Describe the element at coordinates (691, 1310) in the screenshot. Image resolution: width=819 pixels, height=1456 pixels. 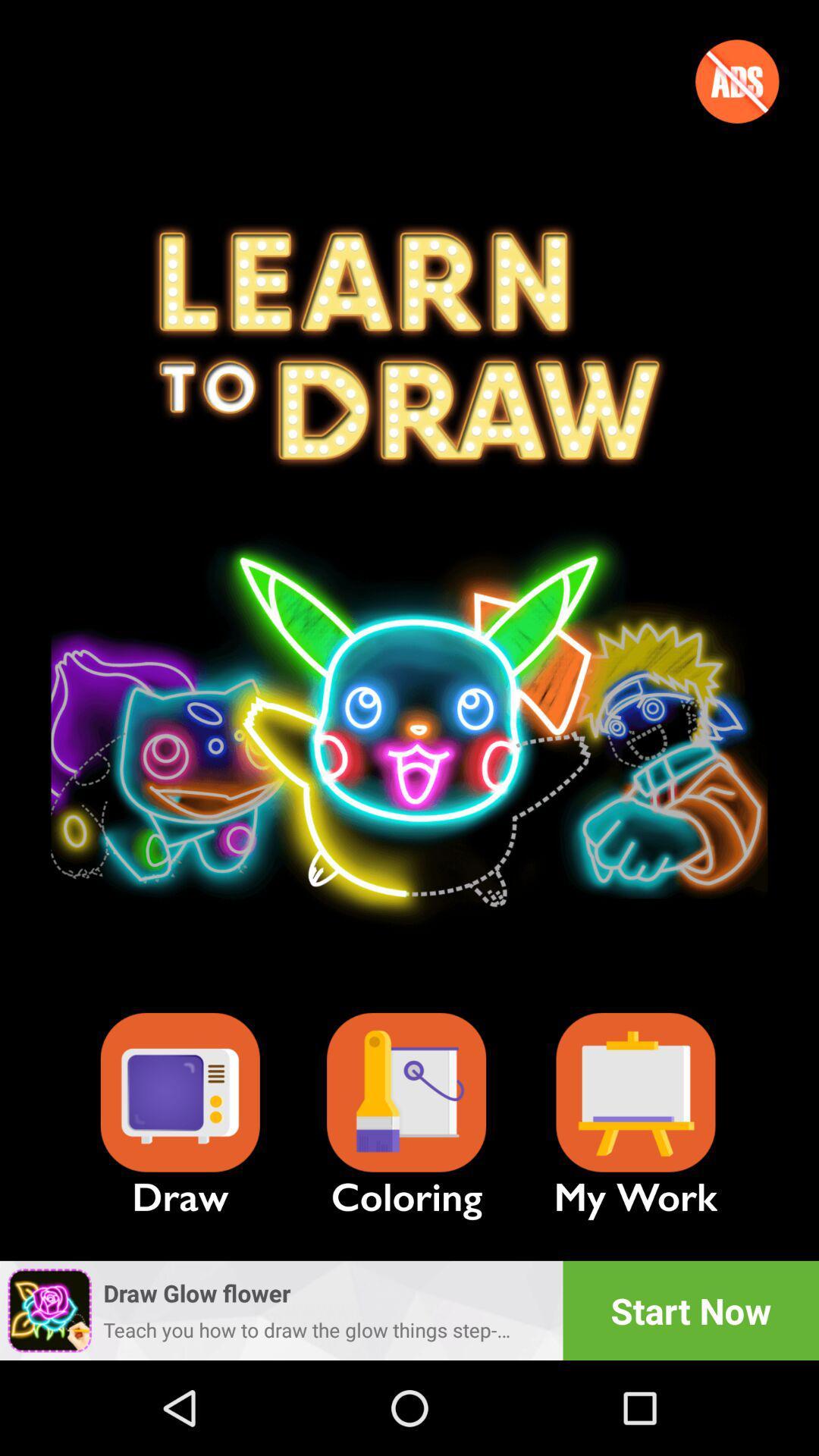
I see `the app to the right of draw glow flower app` at that location.